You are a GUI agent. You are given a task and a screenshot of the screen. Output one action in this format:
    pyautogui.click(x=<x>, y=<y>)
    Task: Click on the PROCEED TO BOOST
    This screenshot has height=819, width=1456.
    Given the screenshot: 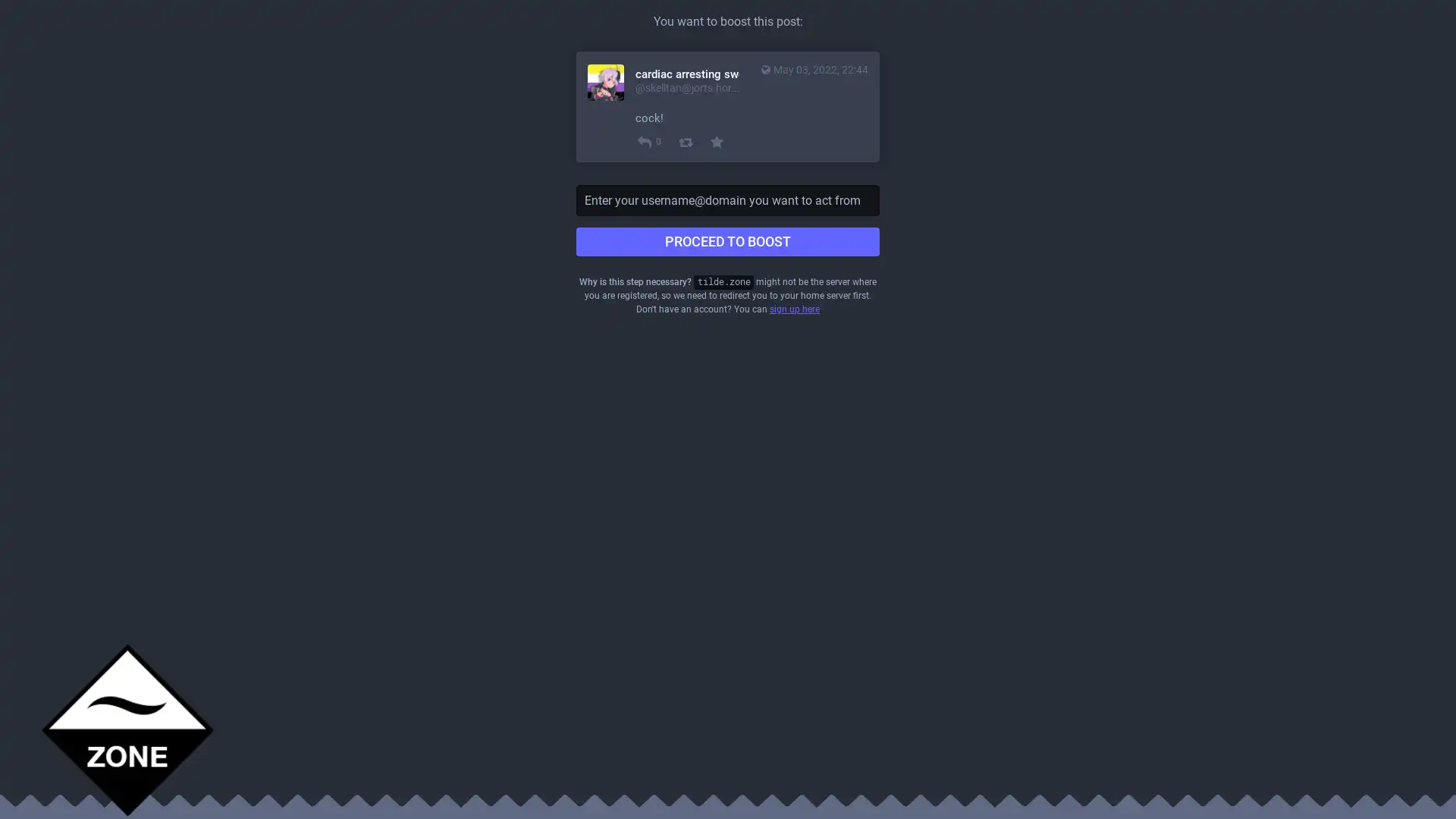 What is the action you would take?
    pyautogui.click(x=728, y=241)
    